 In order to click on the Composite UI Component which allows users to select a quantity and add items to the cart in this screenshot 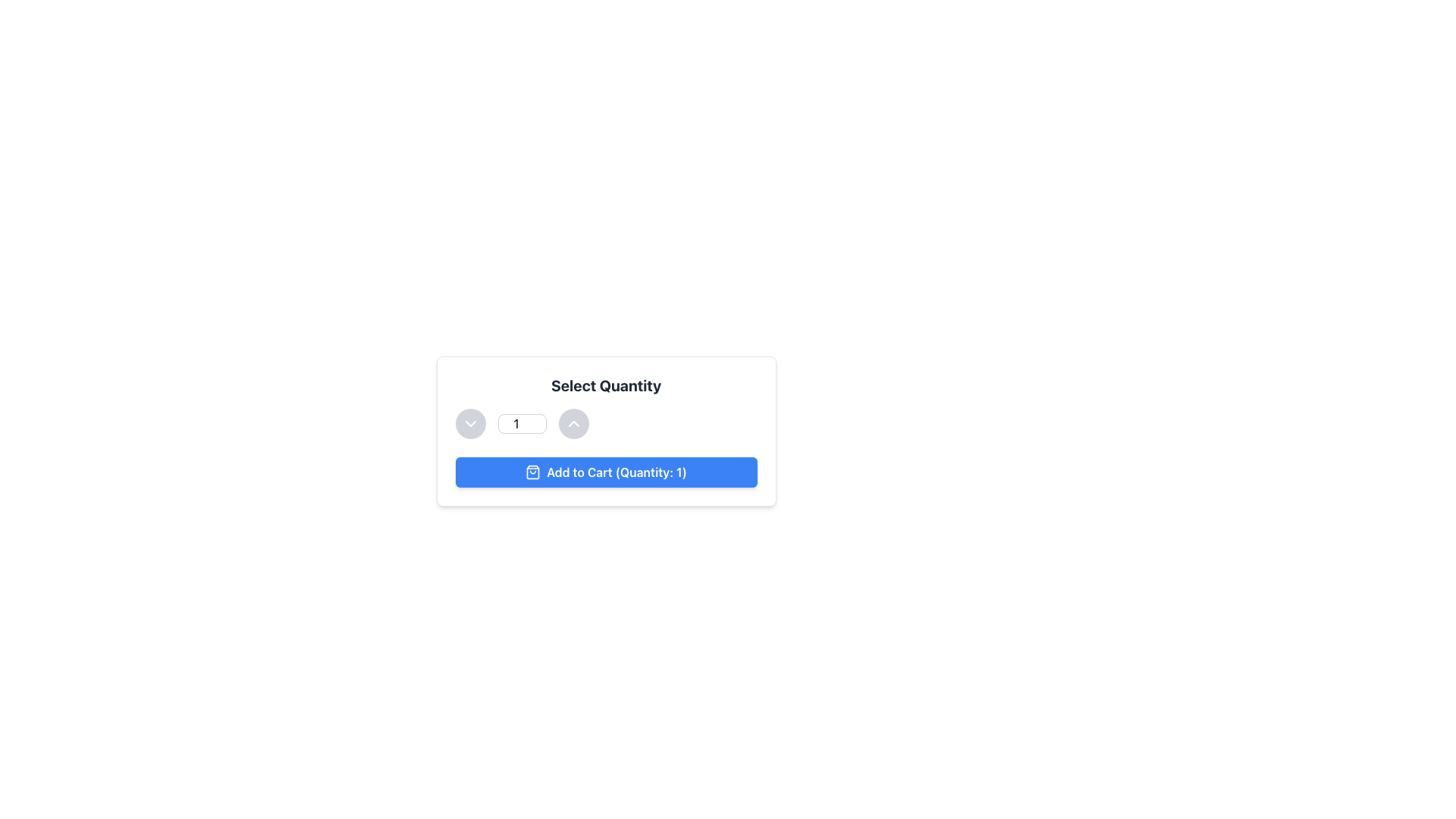, I will do `click(605, 431)`.